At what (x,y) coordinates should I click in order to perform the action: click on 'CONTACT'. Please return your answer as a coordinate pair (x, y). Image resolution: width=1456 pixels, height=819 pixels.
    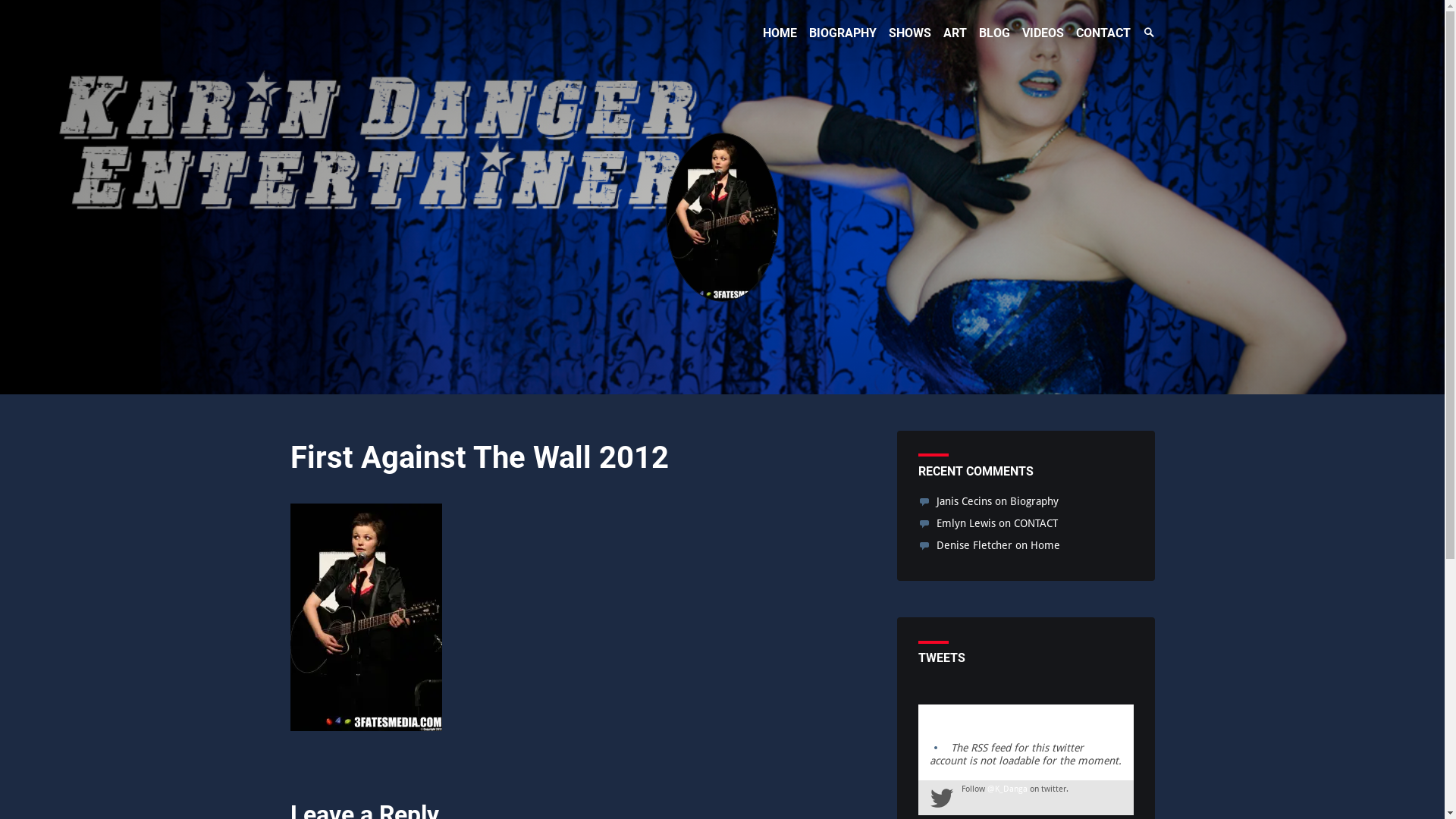
    Looking at the image, I should click on (1034, 522).